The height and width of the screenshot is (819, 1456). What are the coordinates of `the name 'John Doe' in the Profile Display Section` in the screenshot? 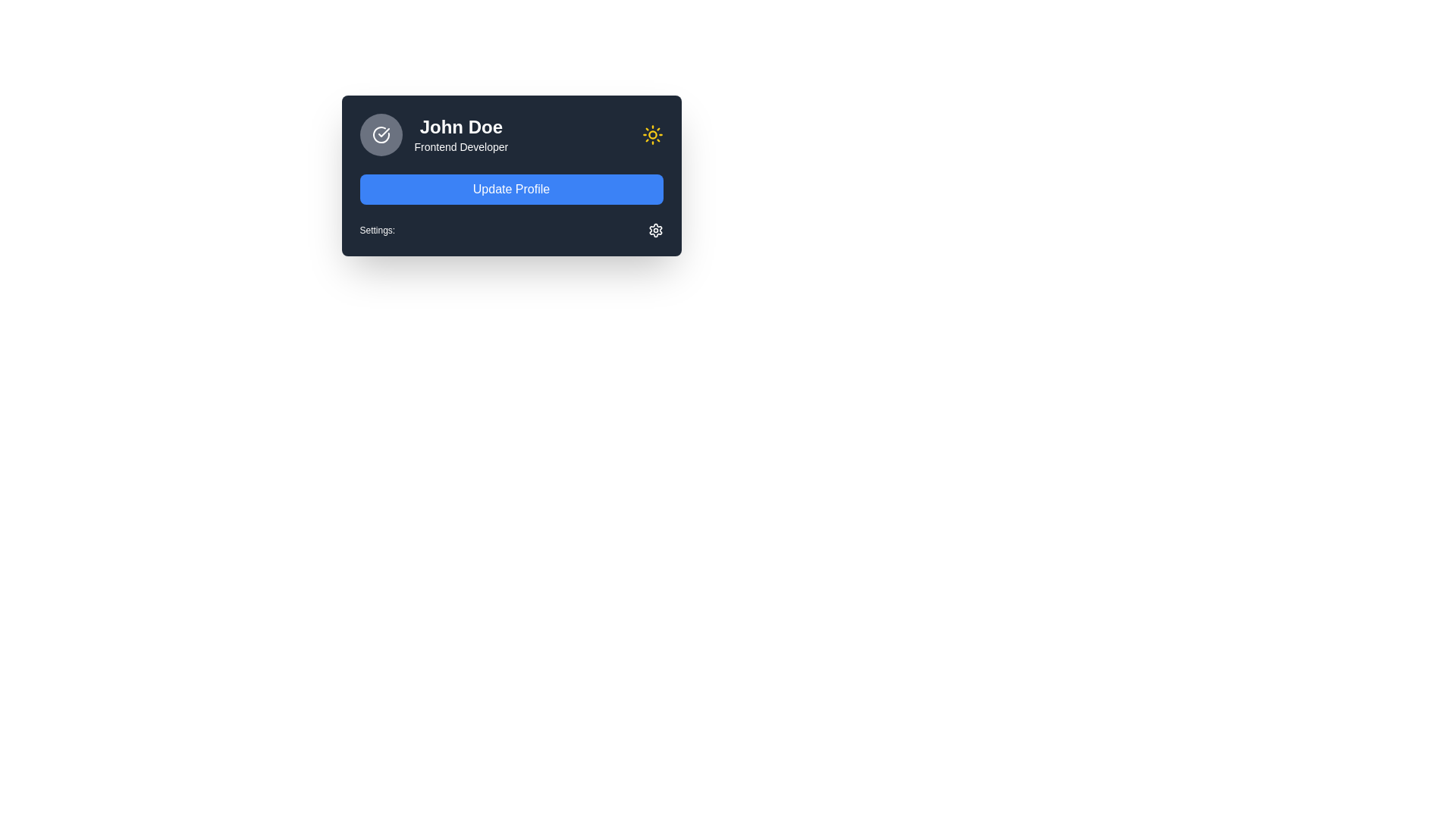 It's located at (433, 133).